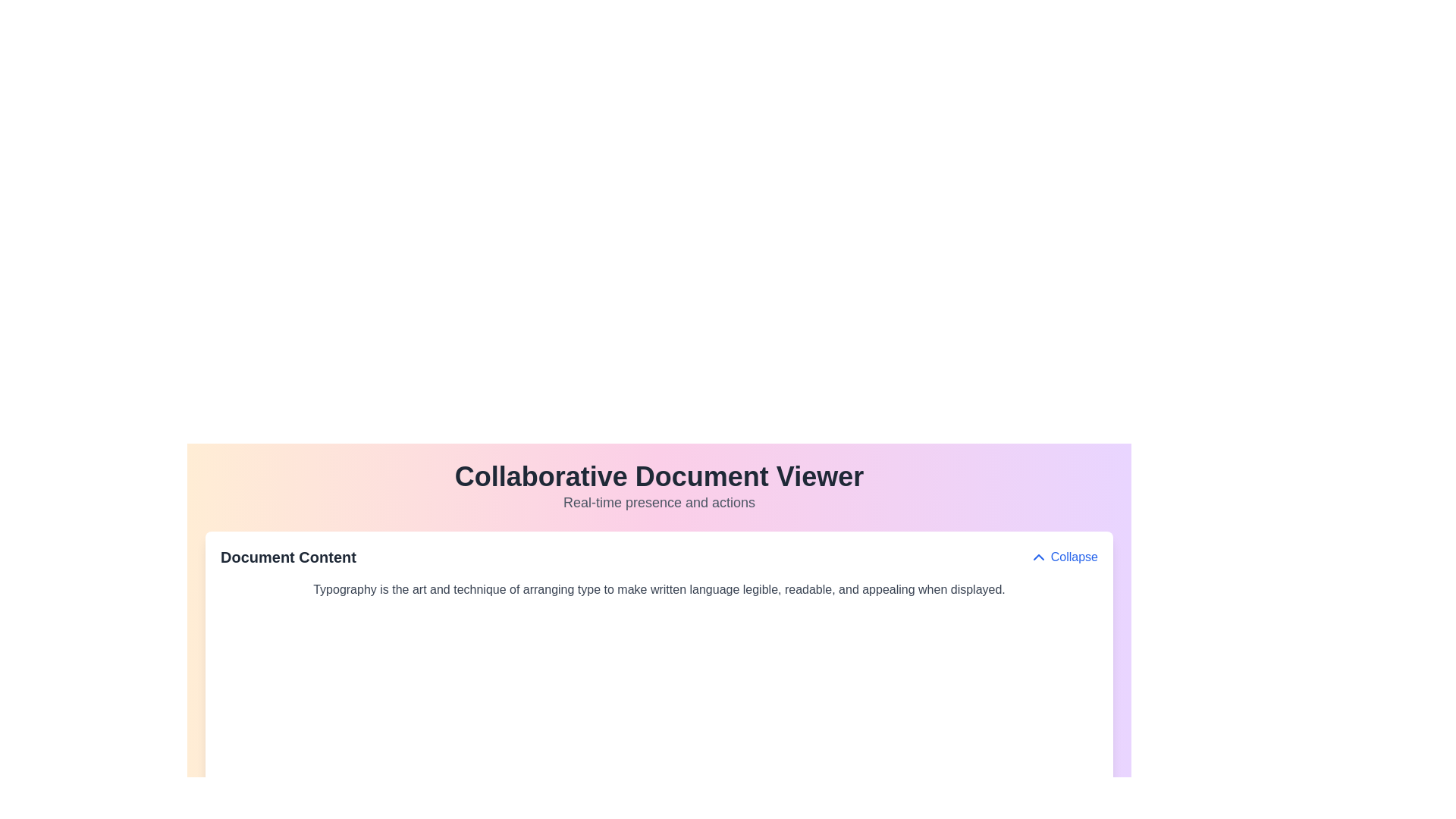 This screenshot has width=1456, height=819. What do you see at coordinates (288, 557) in the screenshot?
I see `bold text component labeled 'Document Content' that is prominently displayed in dark gray at the upper section of the interface, preceding the 'Collapse' button` at bounding box center [288, 557].